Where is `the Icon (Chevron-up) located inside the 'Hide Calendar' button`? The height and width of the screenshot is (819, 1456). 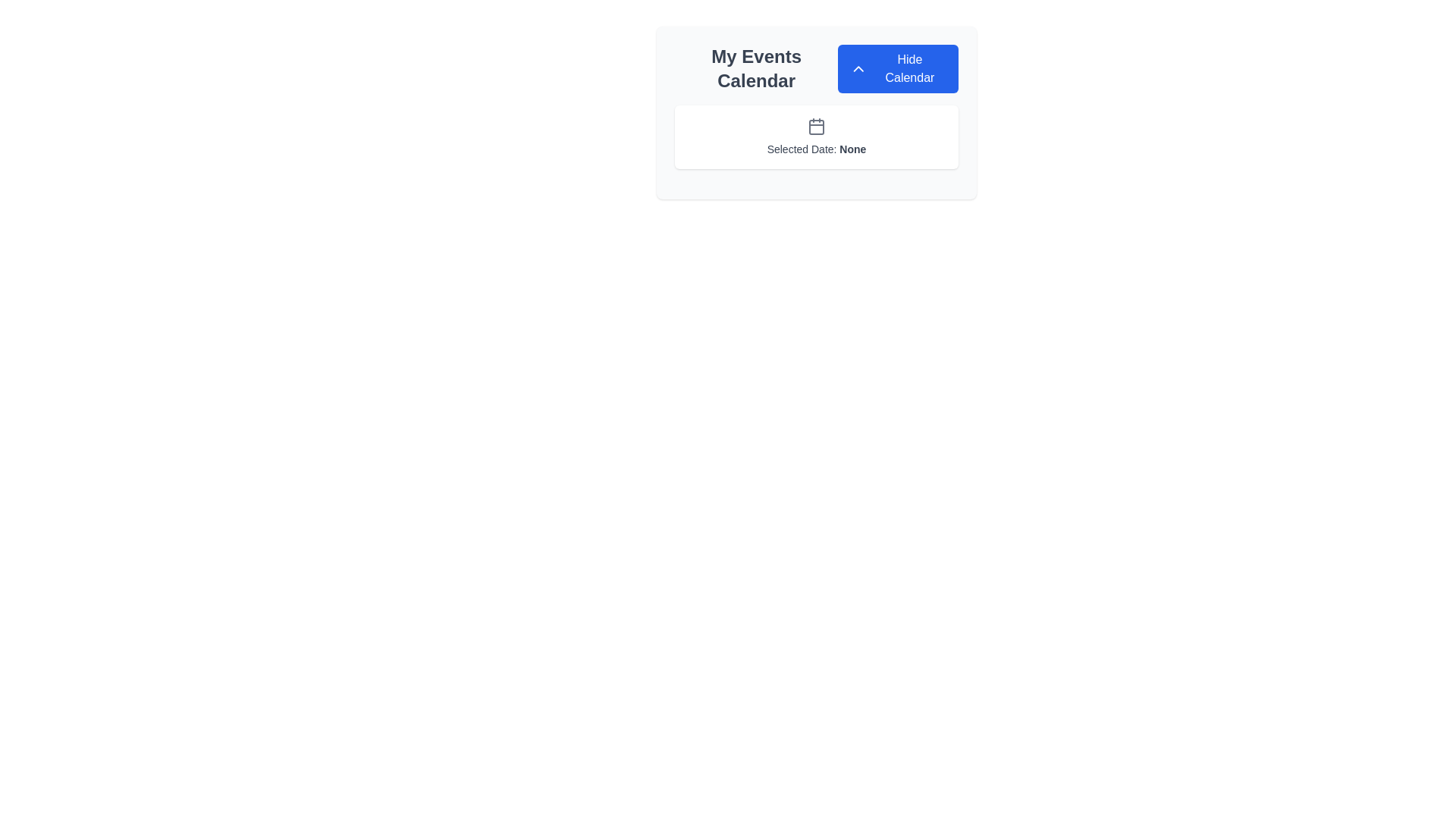 the Icon (Chevron-up) located inside the 'Hide Calendar' button is located at coordinates (858, 69).